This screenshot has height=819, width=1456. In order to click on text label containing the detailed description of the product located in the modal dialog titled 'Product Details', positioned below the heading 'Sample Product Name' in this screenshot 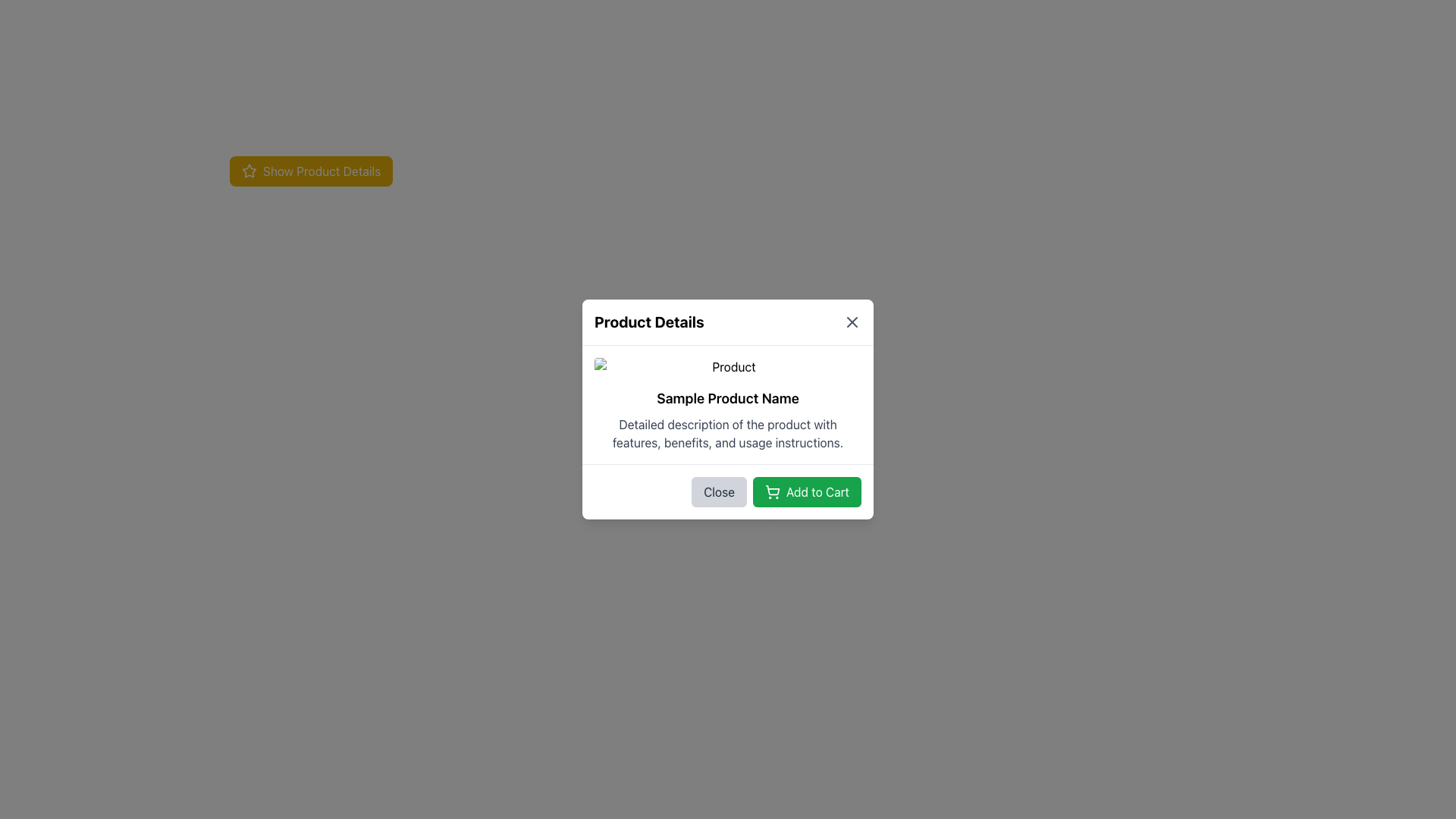, I will do `click(728, 433)`.